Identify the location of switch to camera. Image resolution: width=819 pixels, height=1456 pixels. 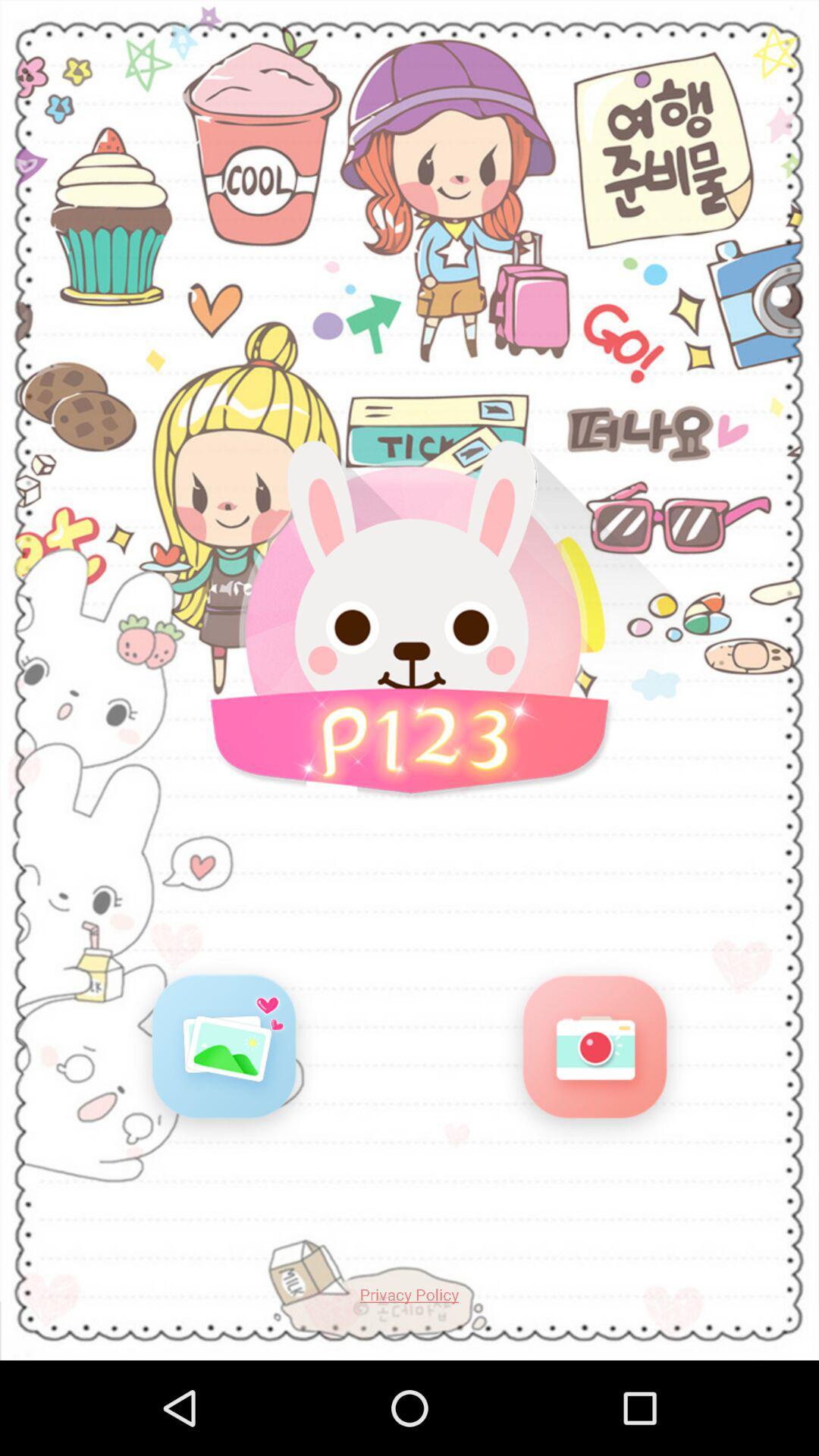
(594, 1053).